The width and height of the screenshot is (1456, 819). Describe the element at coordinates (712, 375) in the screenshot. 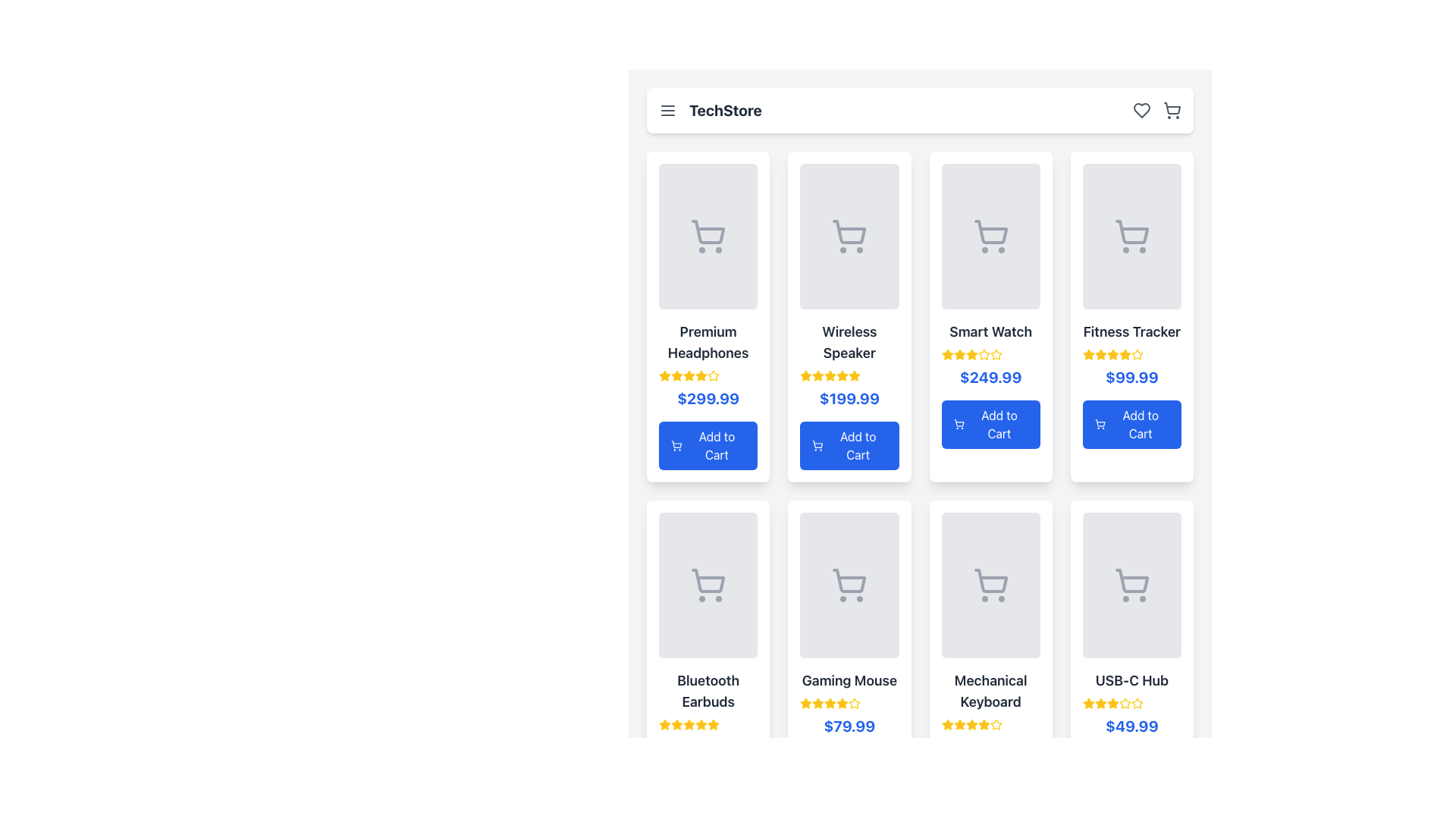

I see `the fifth star-shaped rating icon outlined in yellow, located below the 'Premium Headphones' title and above the product price` at that location.